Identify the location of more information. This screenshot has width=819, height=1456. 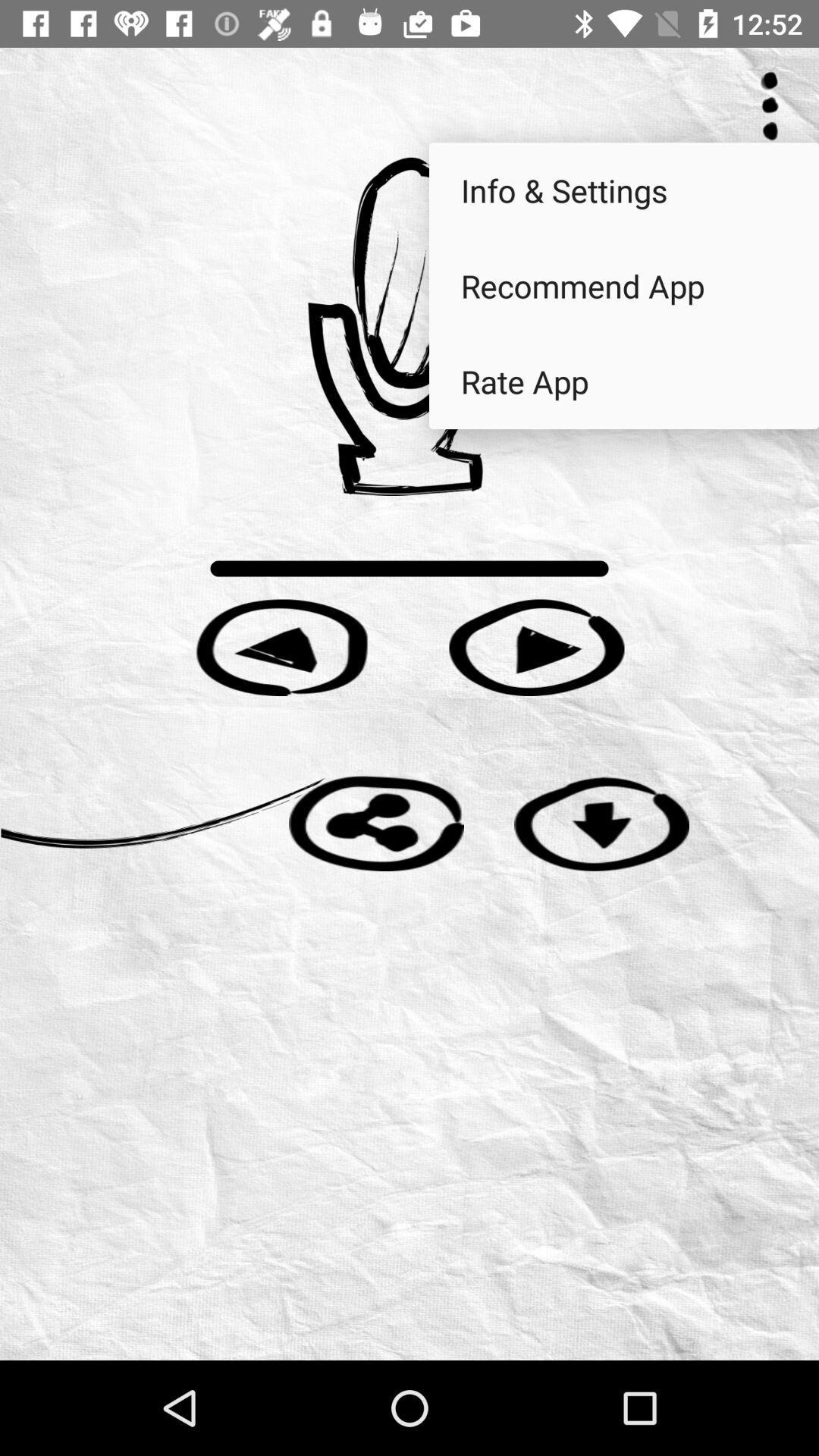
(770, 105).